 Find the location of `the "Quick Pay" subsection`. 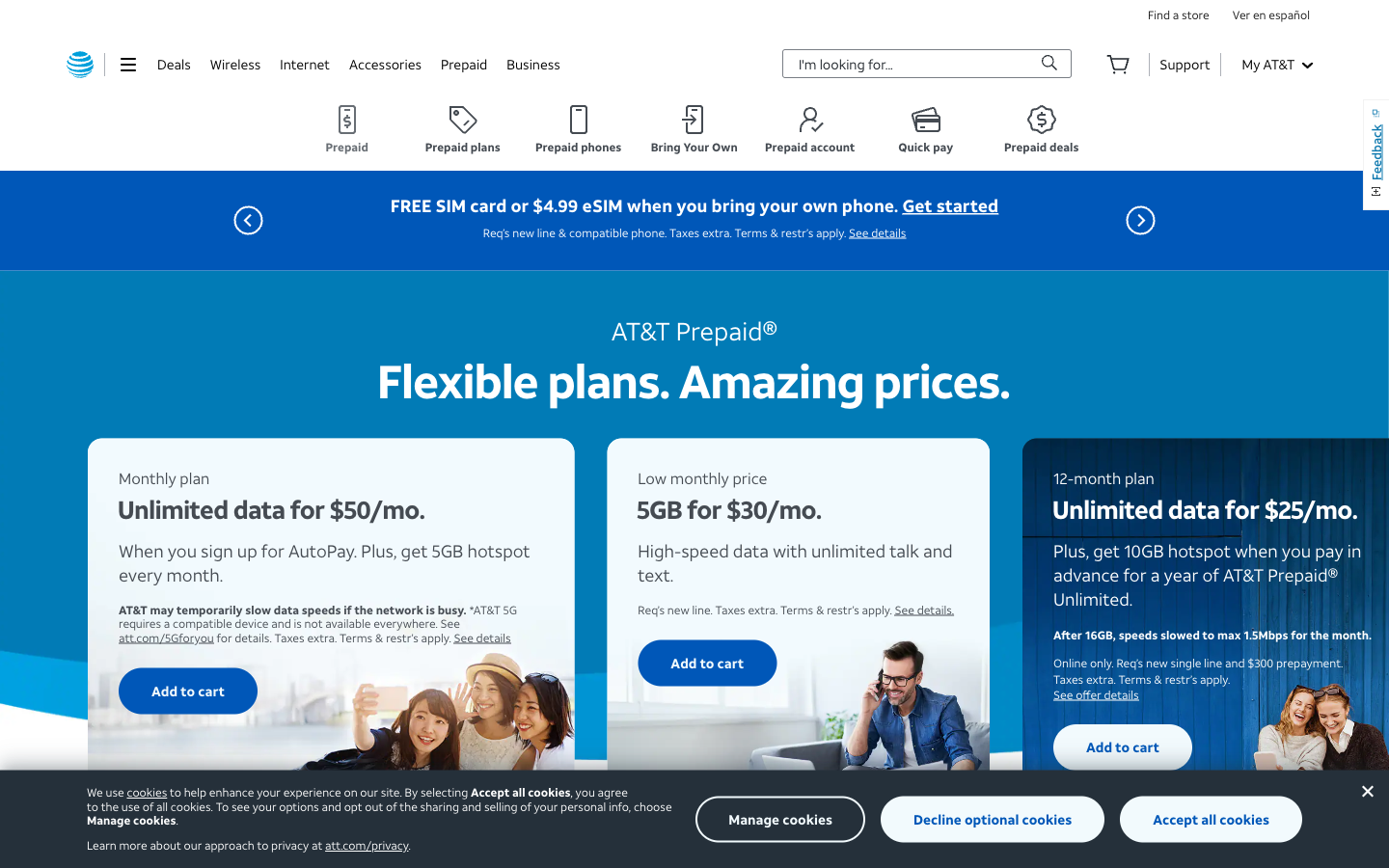

the "Quick Pay" subsection is located at coordinates (926, 129).